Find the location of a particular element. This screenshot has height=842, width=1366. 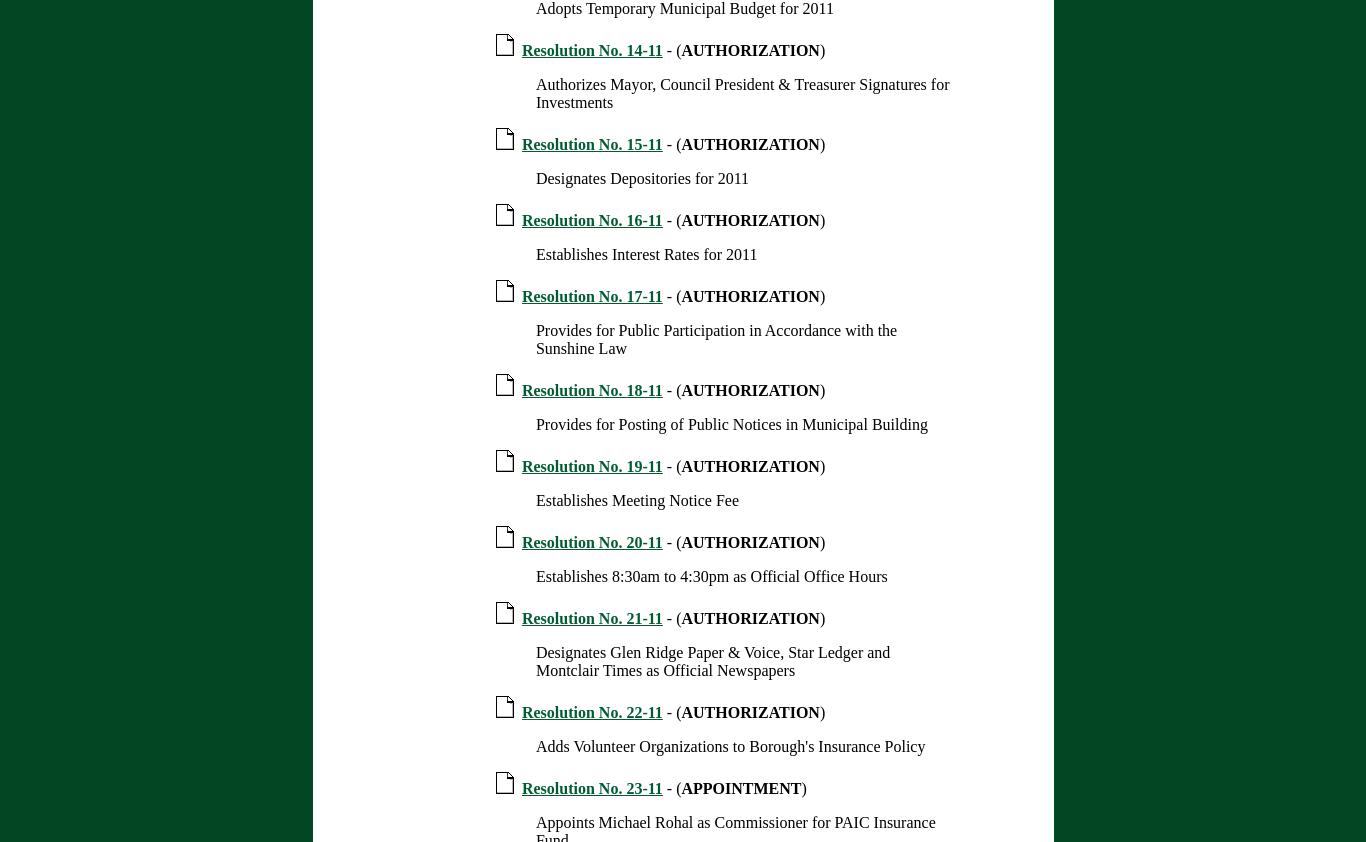

'APPOINTMENT' is located at coordinates (741, 788).